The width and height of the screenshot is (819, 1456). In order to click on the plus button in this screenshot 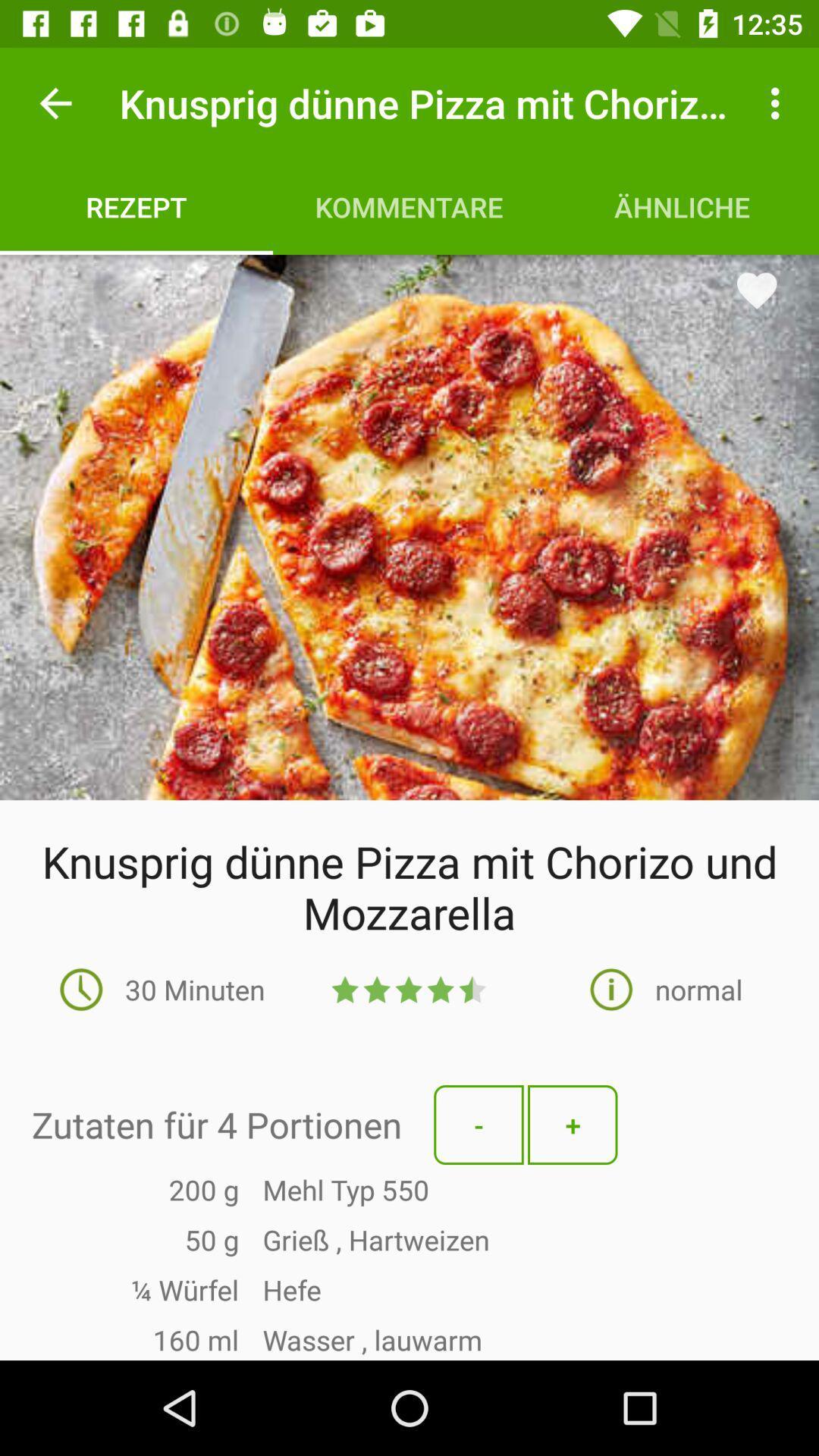, I will do `click(573, 1125)`.